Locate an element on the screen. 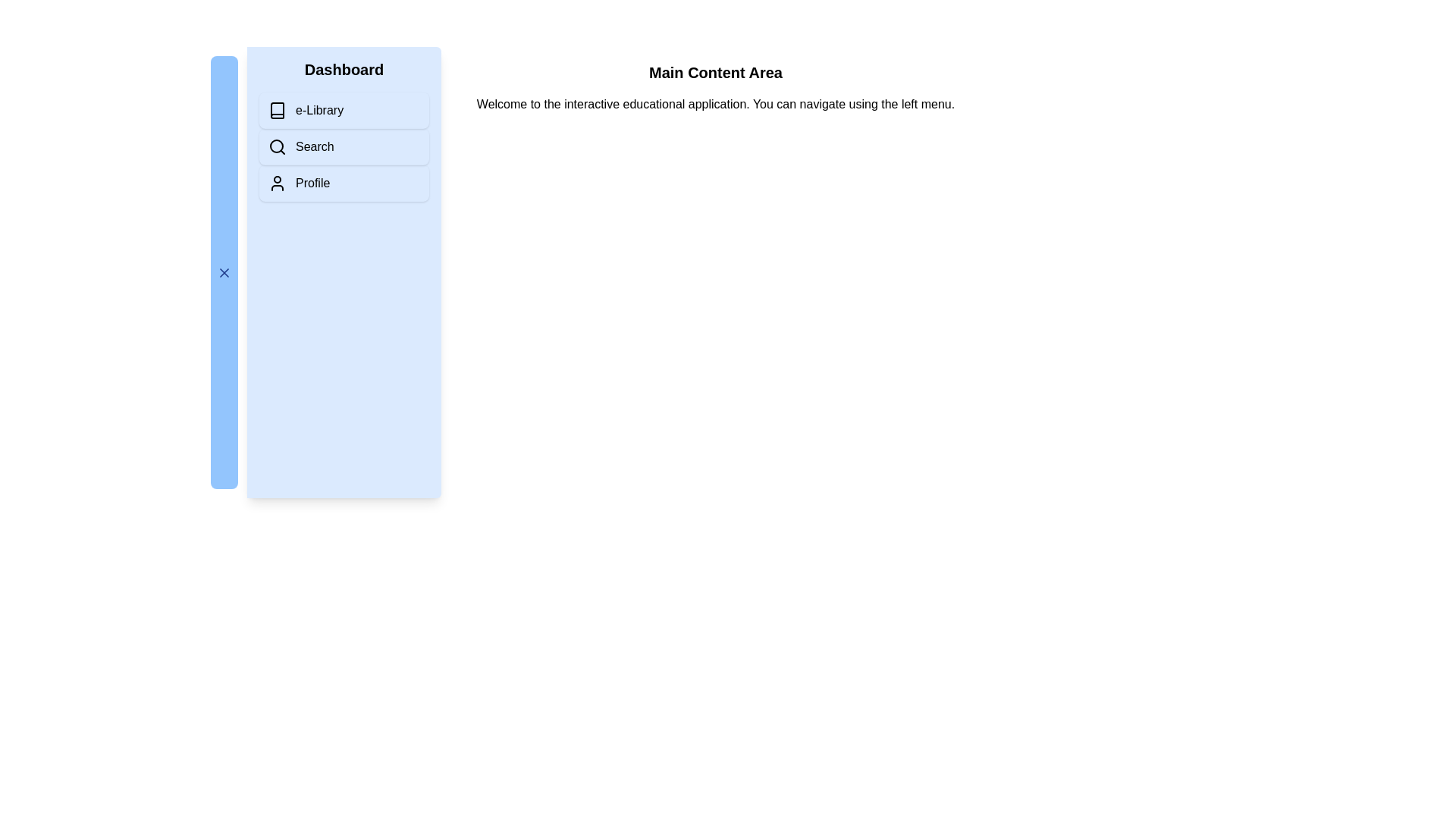 The height and width of the screenshot is (819, 1456). the bold, large-text header that reads 'Main Content Area', which is located at the top of the main content section is located at coordinates (715, 73).